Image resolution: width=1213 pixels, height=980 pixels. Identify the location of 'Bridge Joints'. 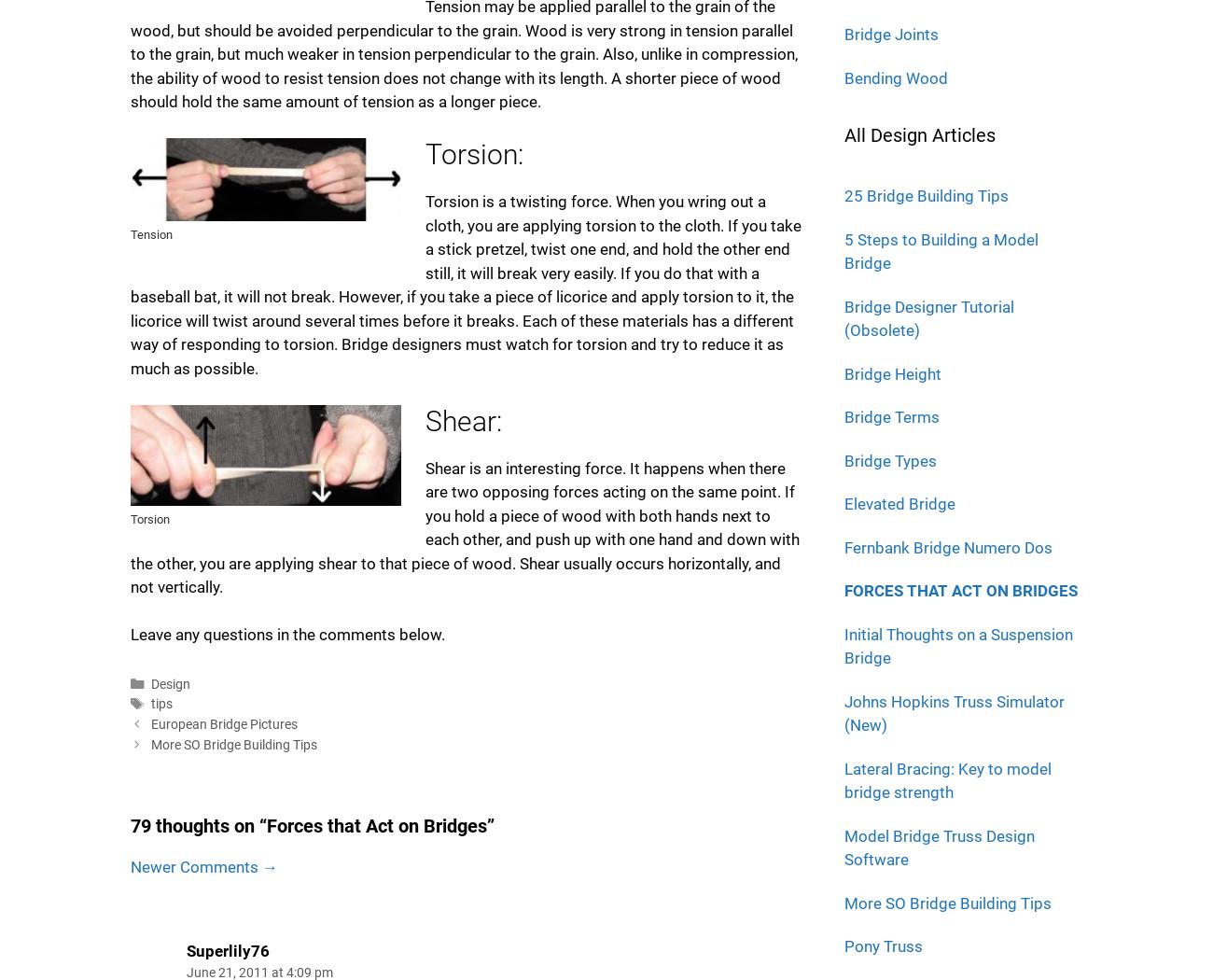
(891, 34).